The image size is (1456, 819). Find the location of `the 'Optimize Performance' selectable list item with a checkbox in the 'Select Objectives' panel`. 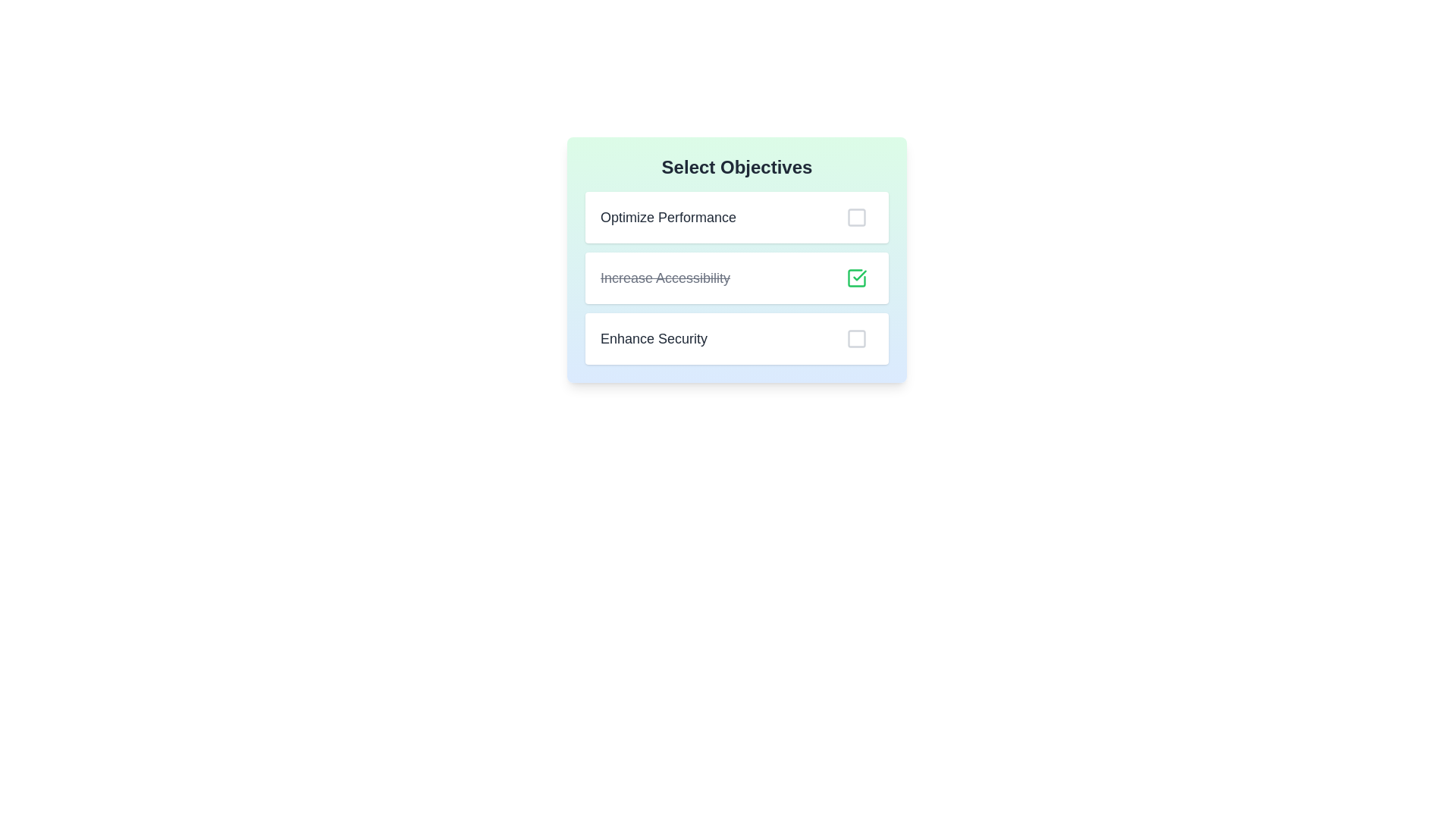

the 'Optimize Performance' selectable list item with a checkbox in the 'Select Objectives' panel is located at coordinates (736, 217).